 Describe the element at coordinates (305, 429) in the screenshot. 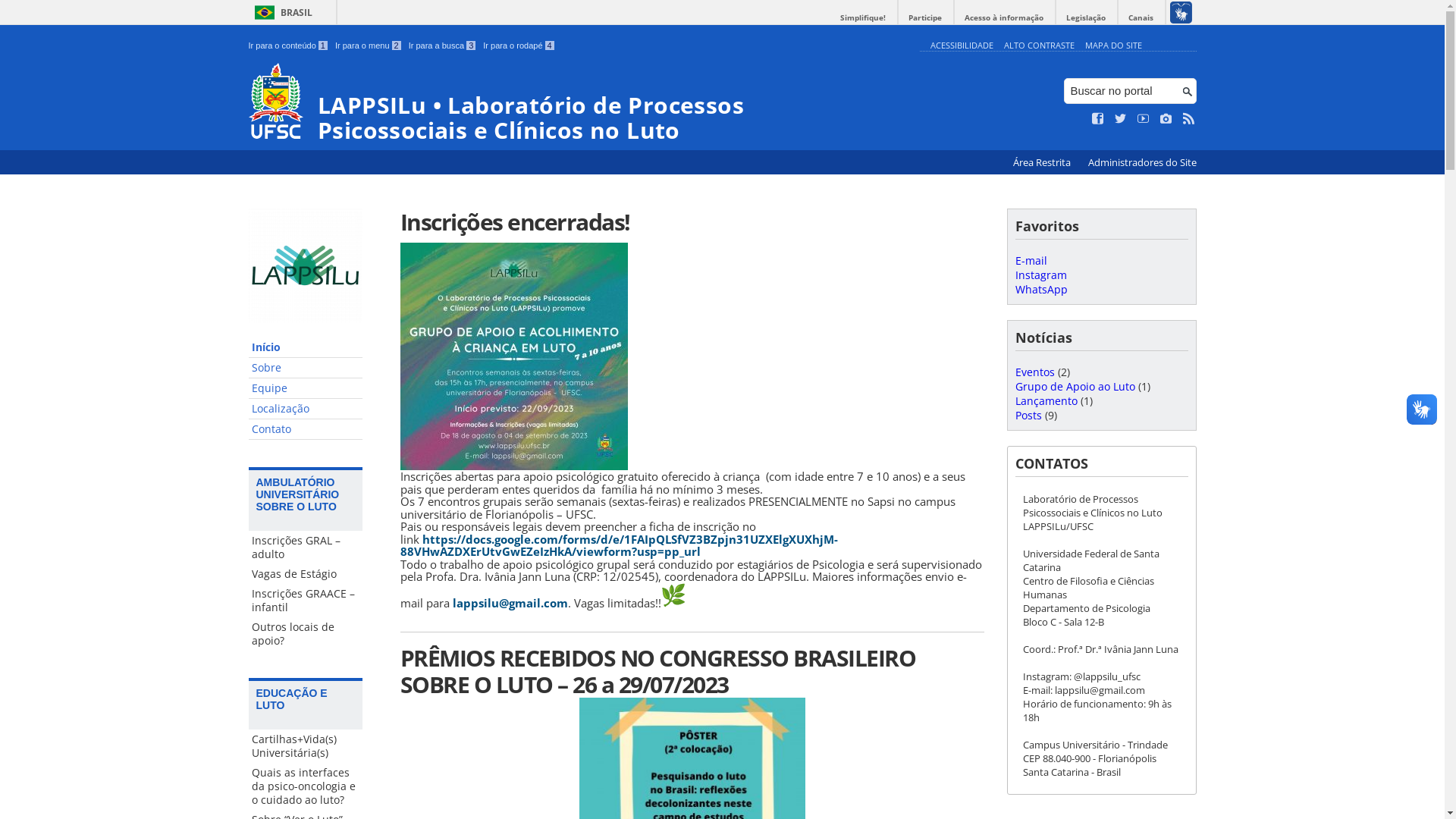

I see `'Contato'` at that location.